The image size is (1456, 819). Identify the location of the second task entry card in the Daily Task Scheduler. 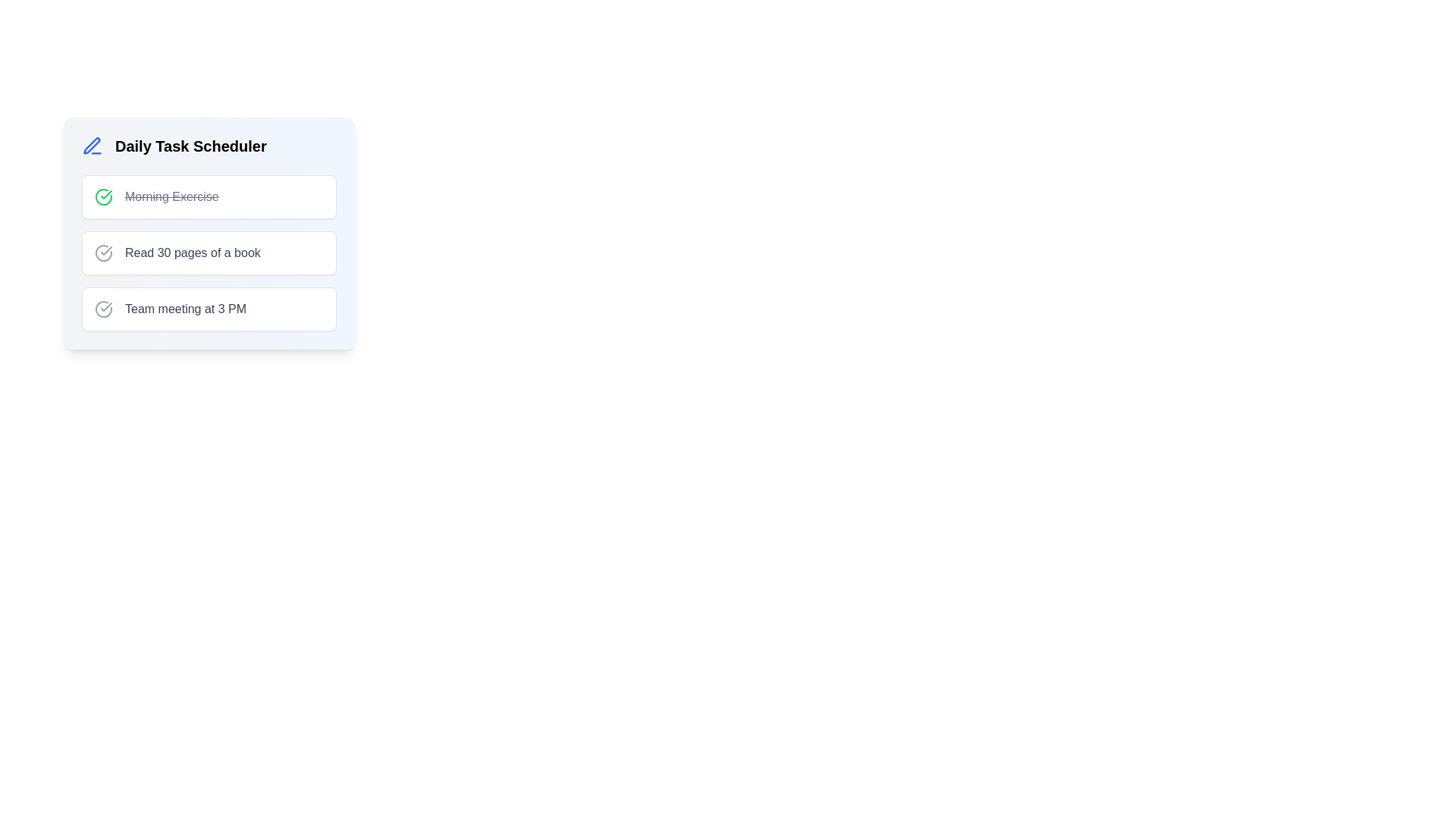
(208, 253).